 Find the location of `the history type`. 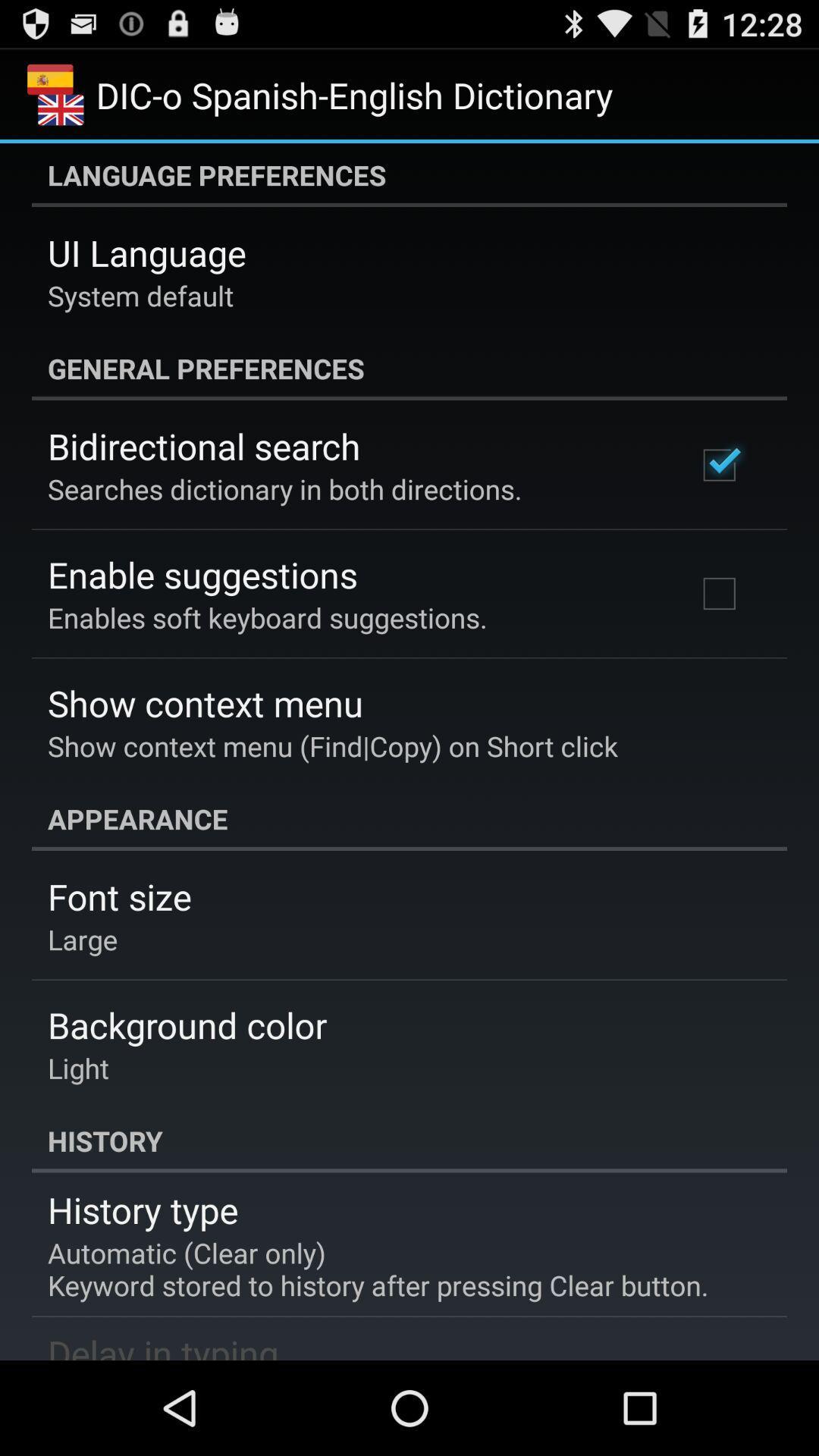

the history type is located at coordinates (143, 1209).